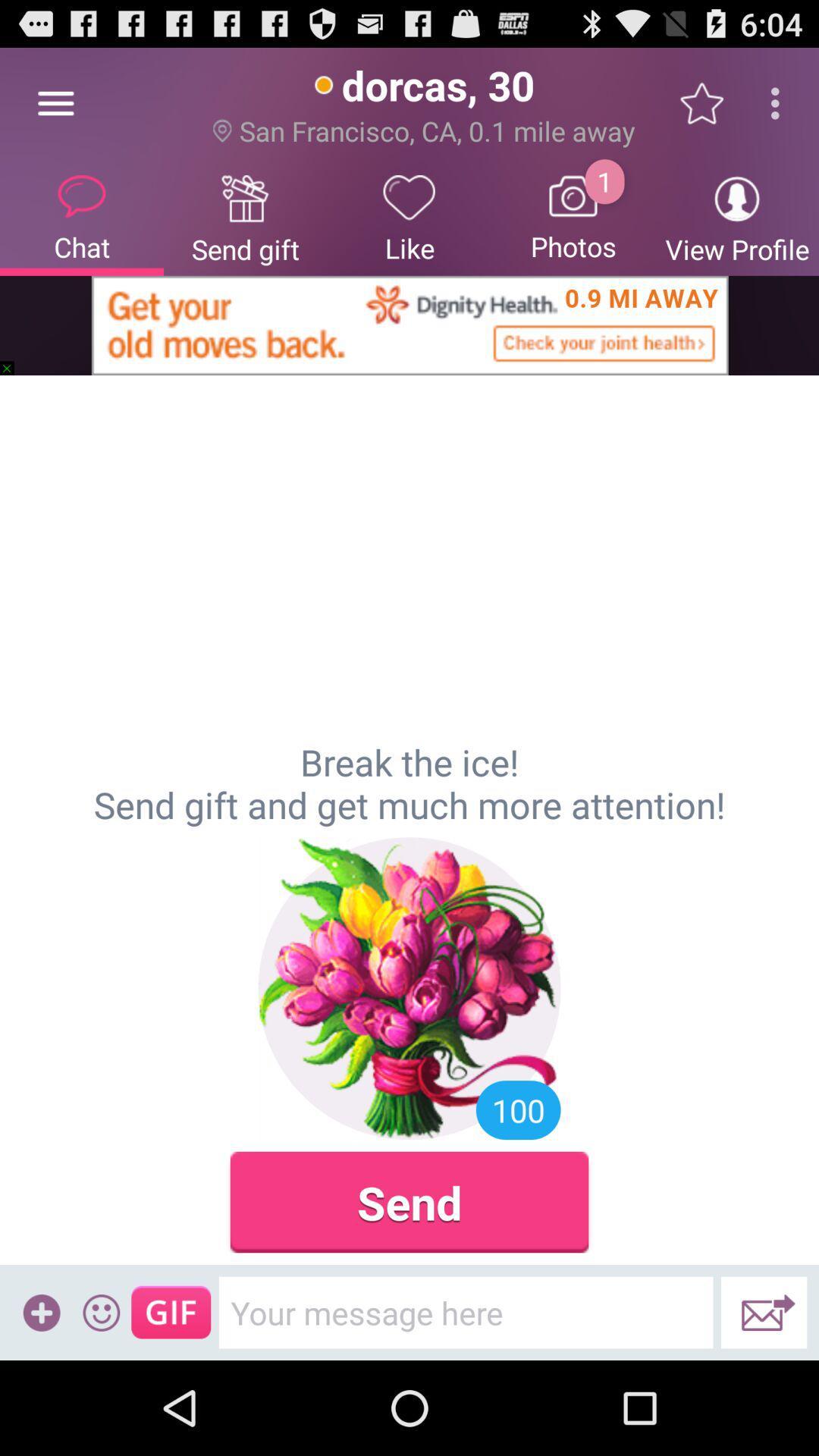 The width and height of the screenshot is (819, 1456). I want to click on the item next to send gift icon, so click(82, 216).